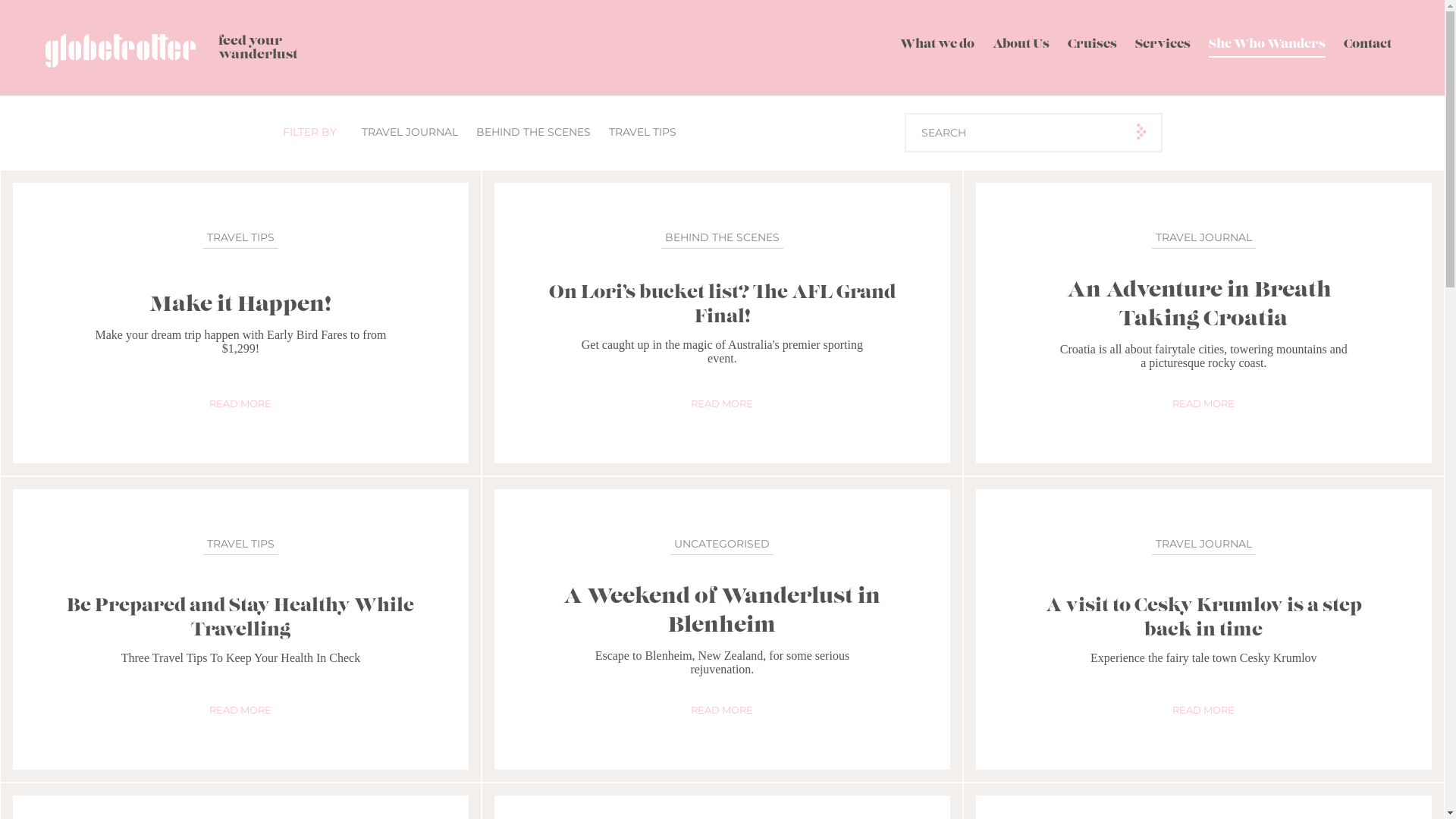  I want to click on 'She Who Wanders', so click(1266, 46).